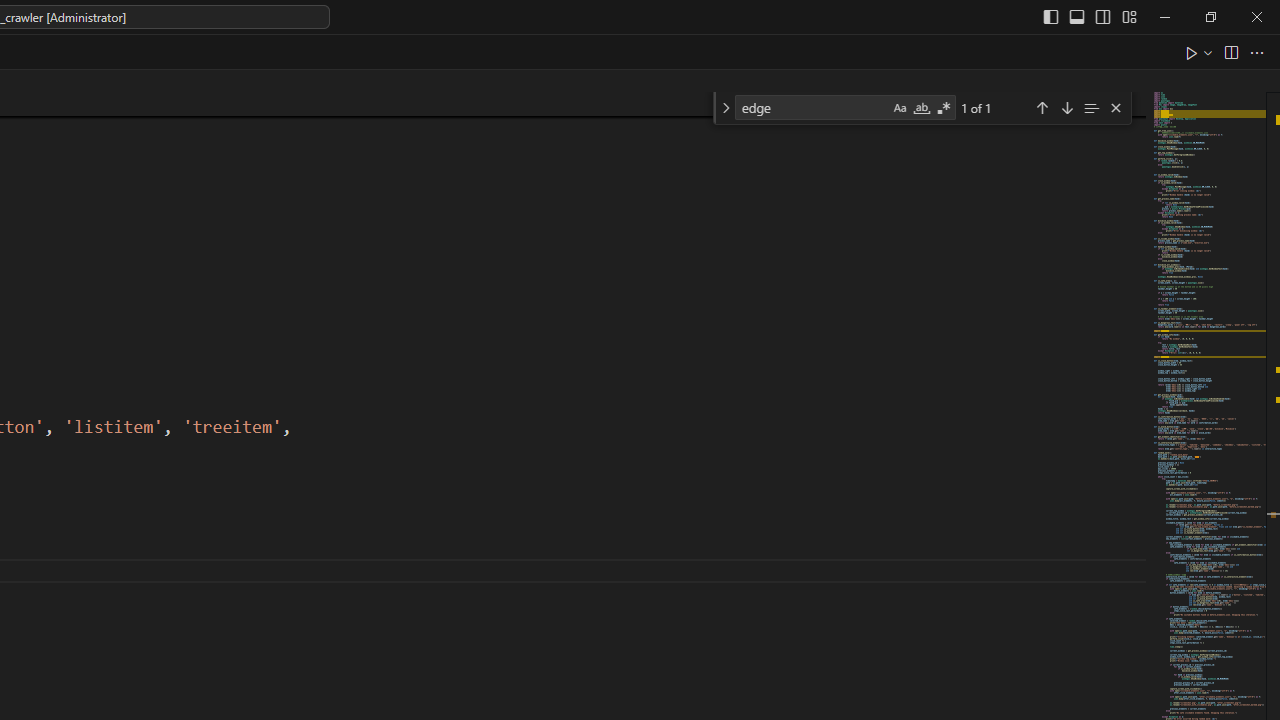 The height and width of the screenshot is (720, 1280). I want to click on 'Use Regular Expression (Alt+R)', so click(943, 108).